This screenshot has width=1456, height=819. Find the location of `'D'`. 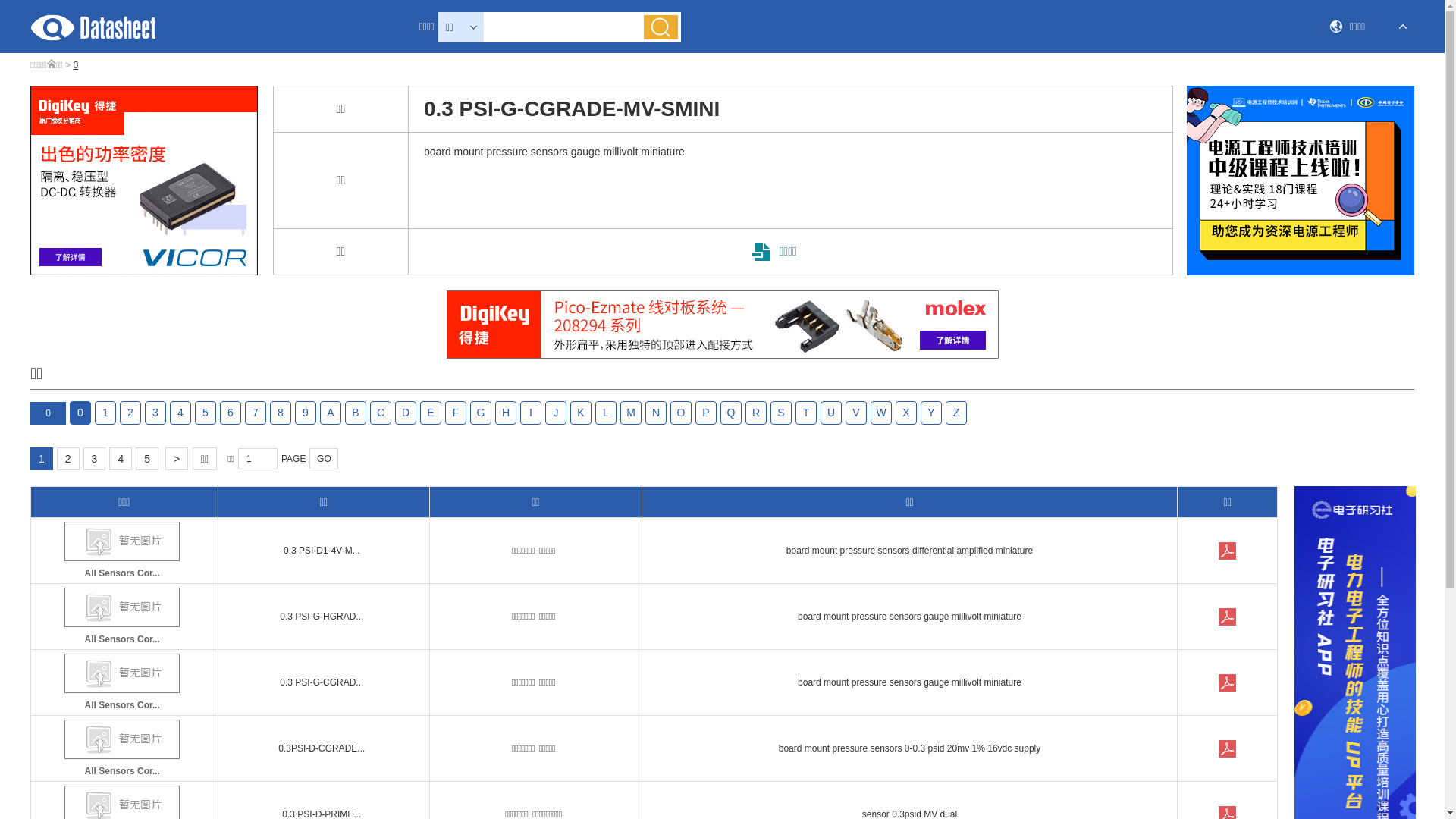

'D' is located at coordinates (405, 413).